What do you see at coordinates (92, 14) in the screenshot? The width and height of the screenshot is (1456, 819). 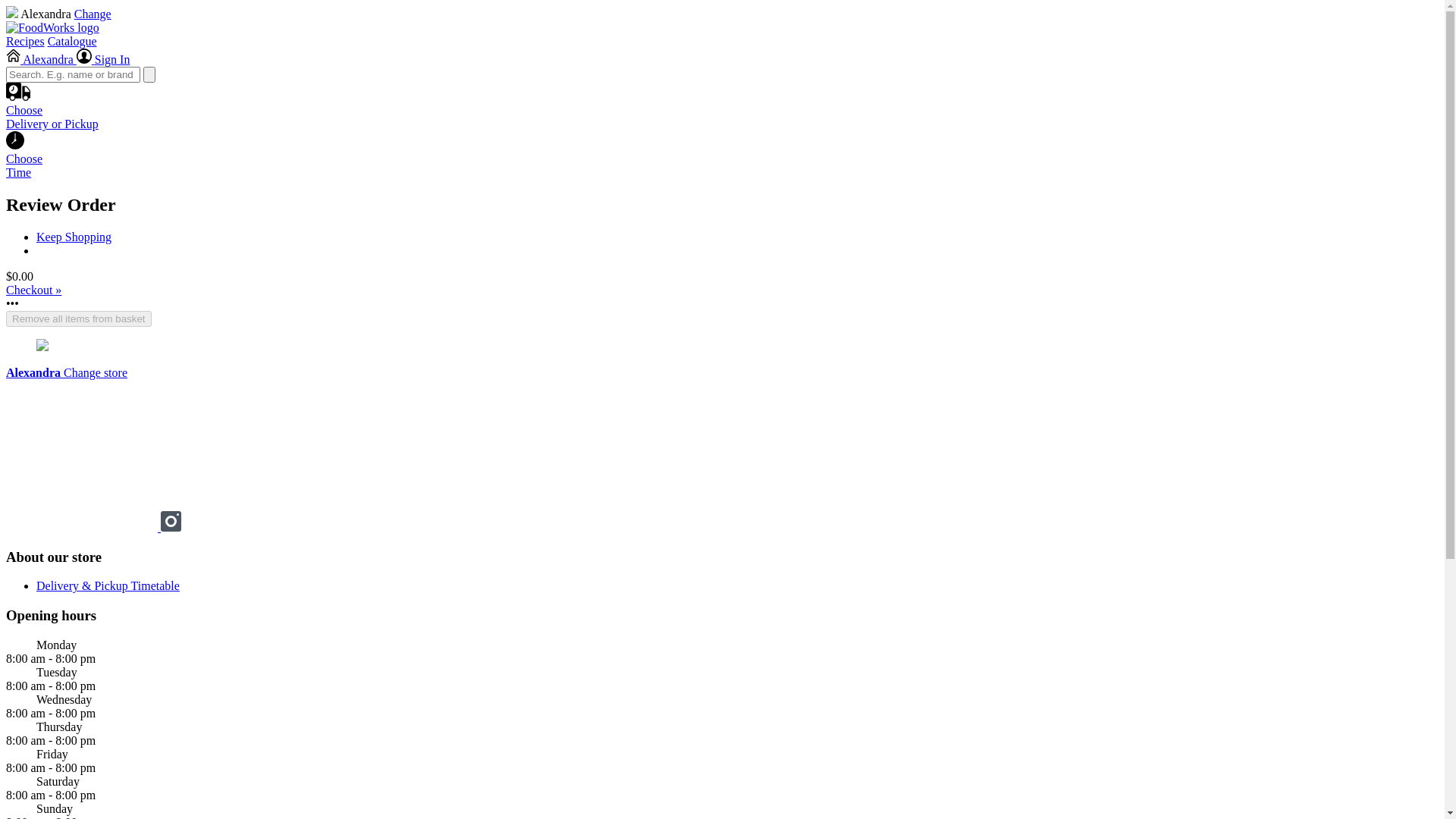 I see `'Change'` at bounding box center [92, 14].